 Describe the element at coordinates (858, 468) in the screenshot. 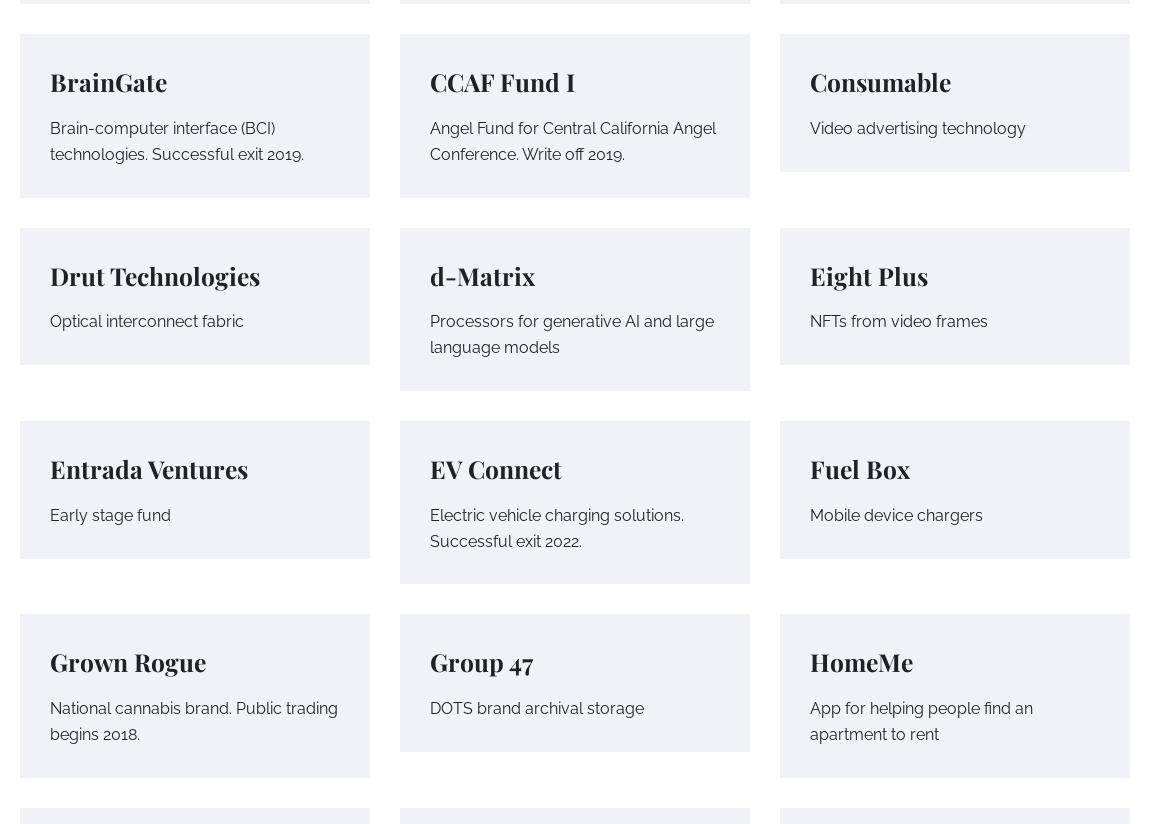

I see `'Fuel Box'` at that location.